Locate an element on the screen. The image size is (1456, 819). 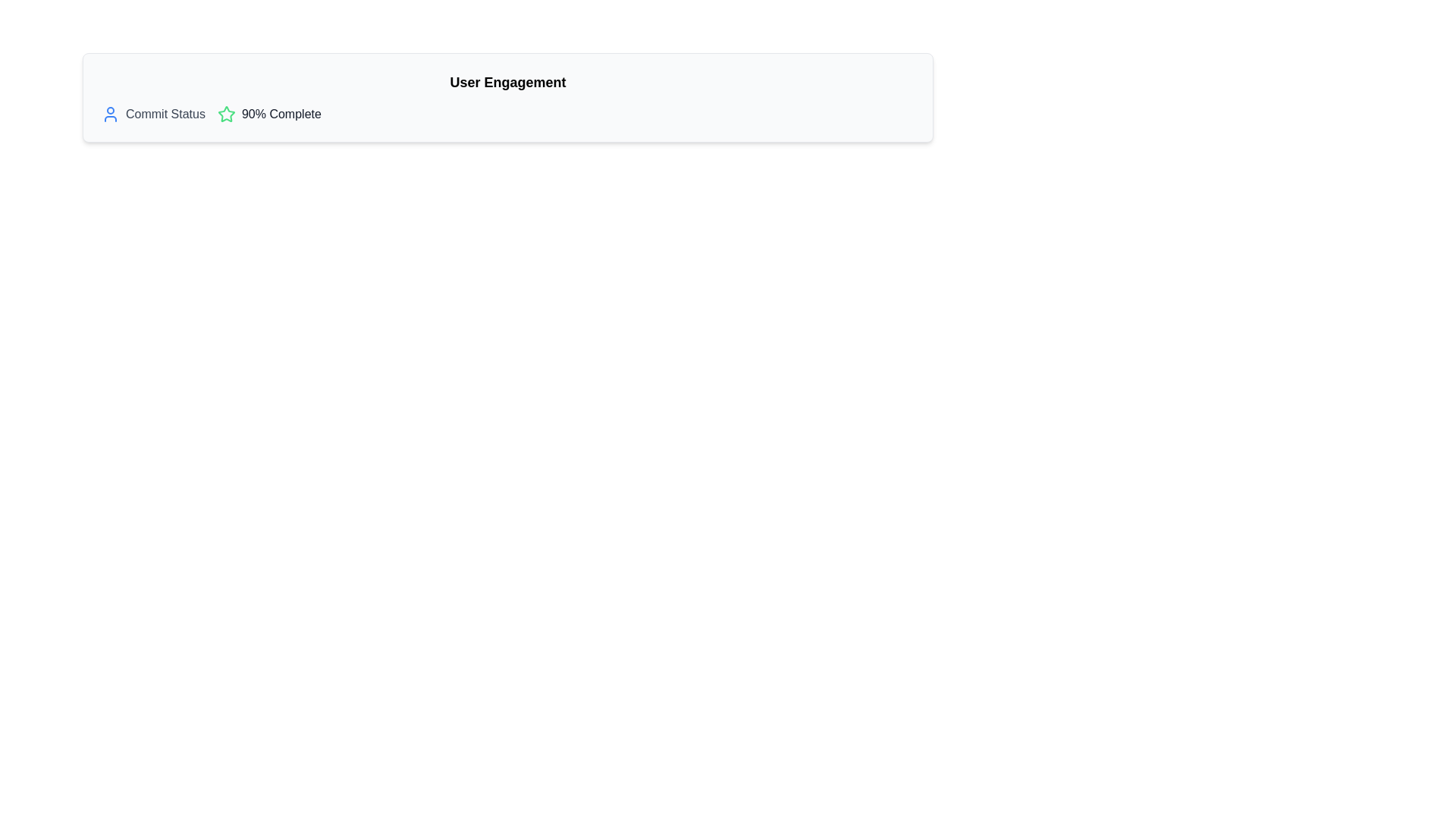
the text label indicating progress, which displays '90% Complete' and is located to the right of a green star icon is located at coordinates (281, 113).